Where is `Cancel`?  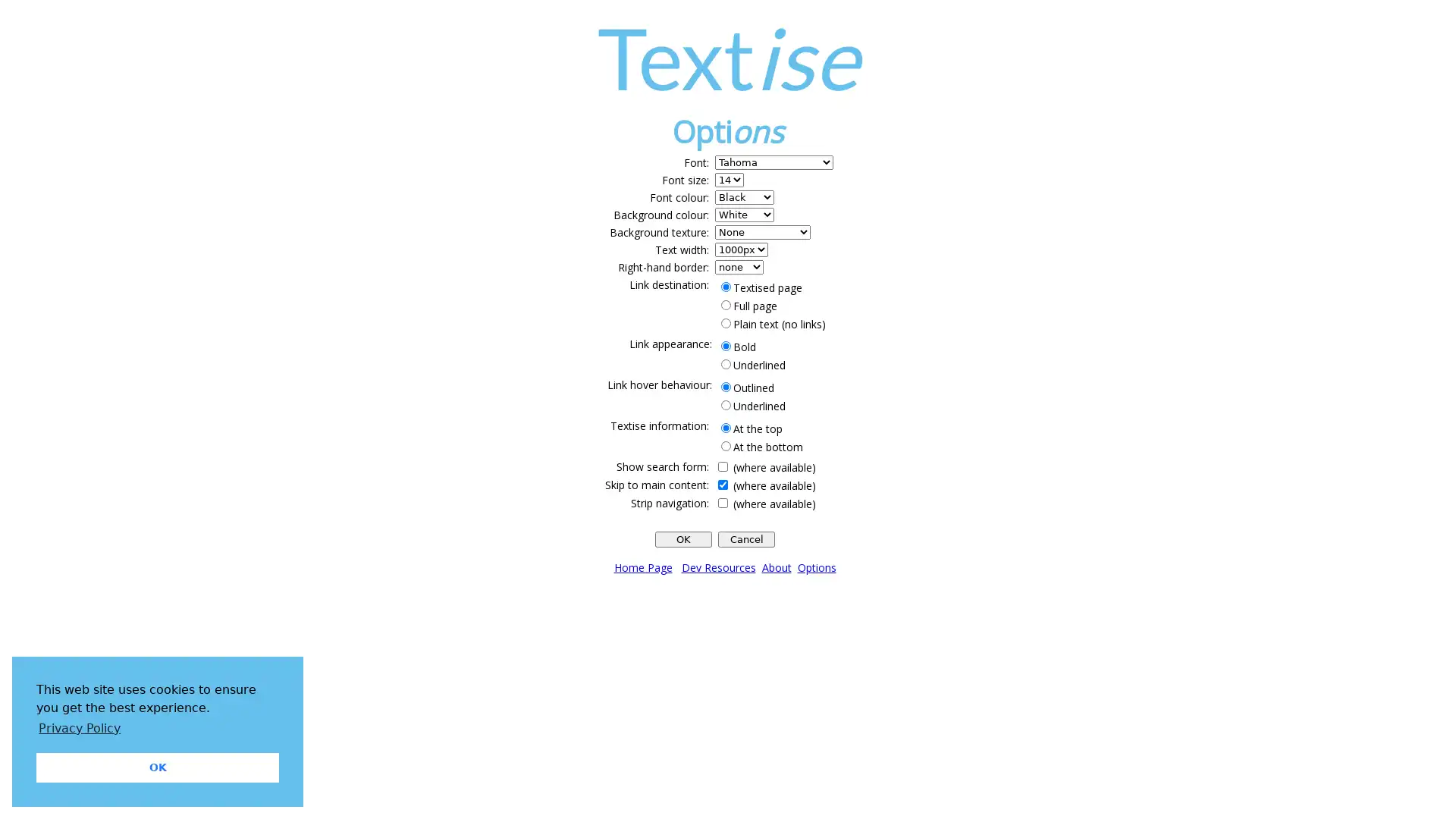 Cancel is located at coordinates (746, 538).